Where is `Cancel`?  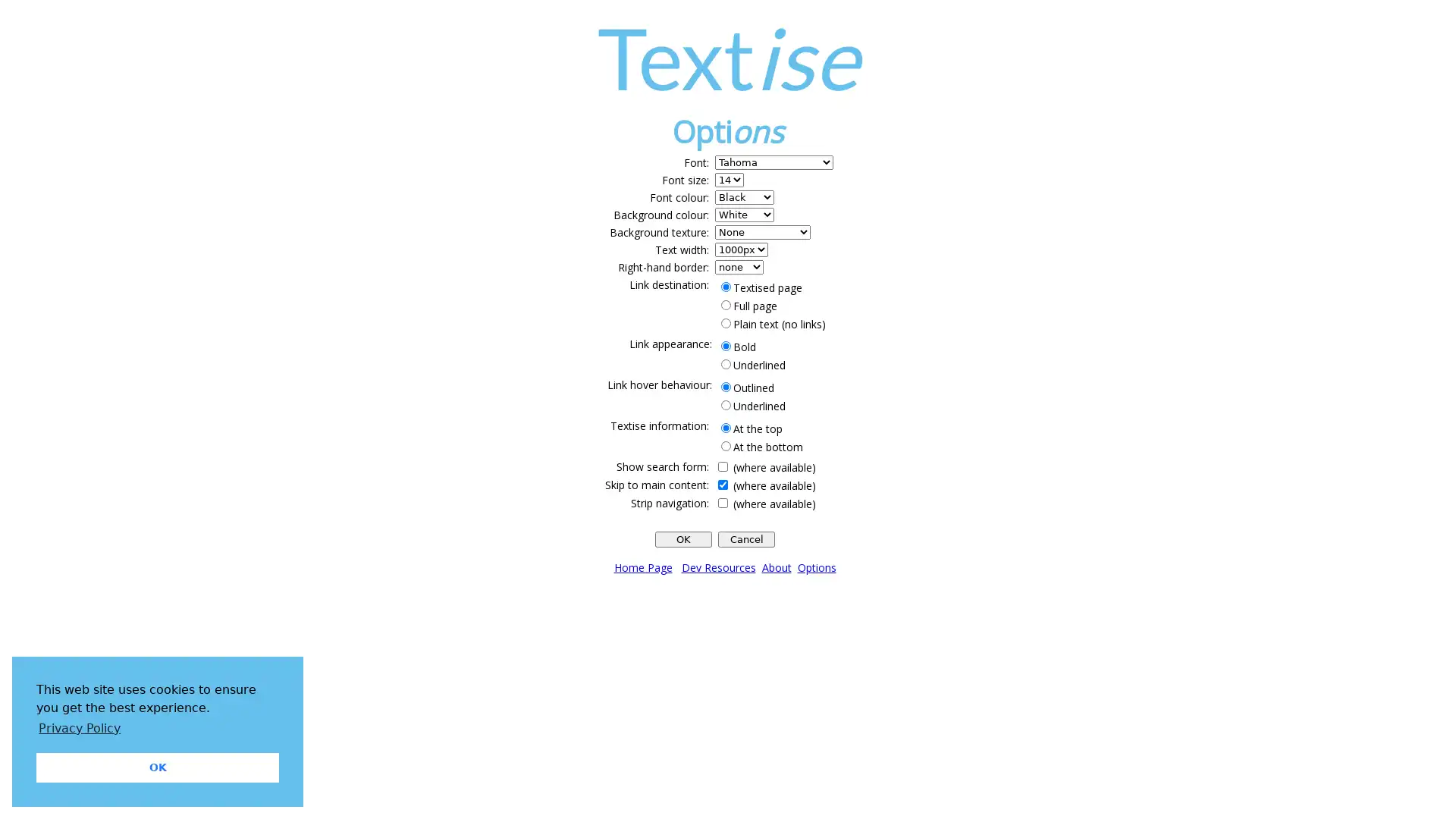 Cancel is located at coordinates (746, 538).